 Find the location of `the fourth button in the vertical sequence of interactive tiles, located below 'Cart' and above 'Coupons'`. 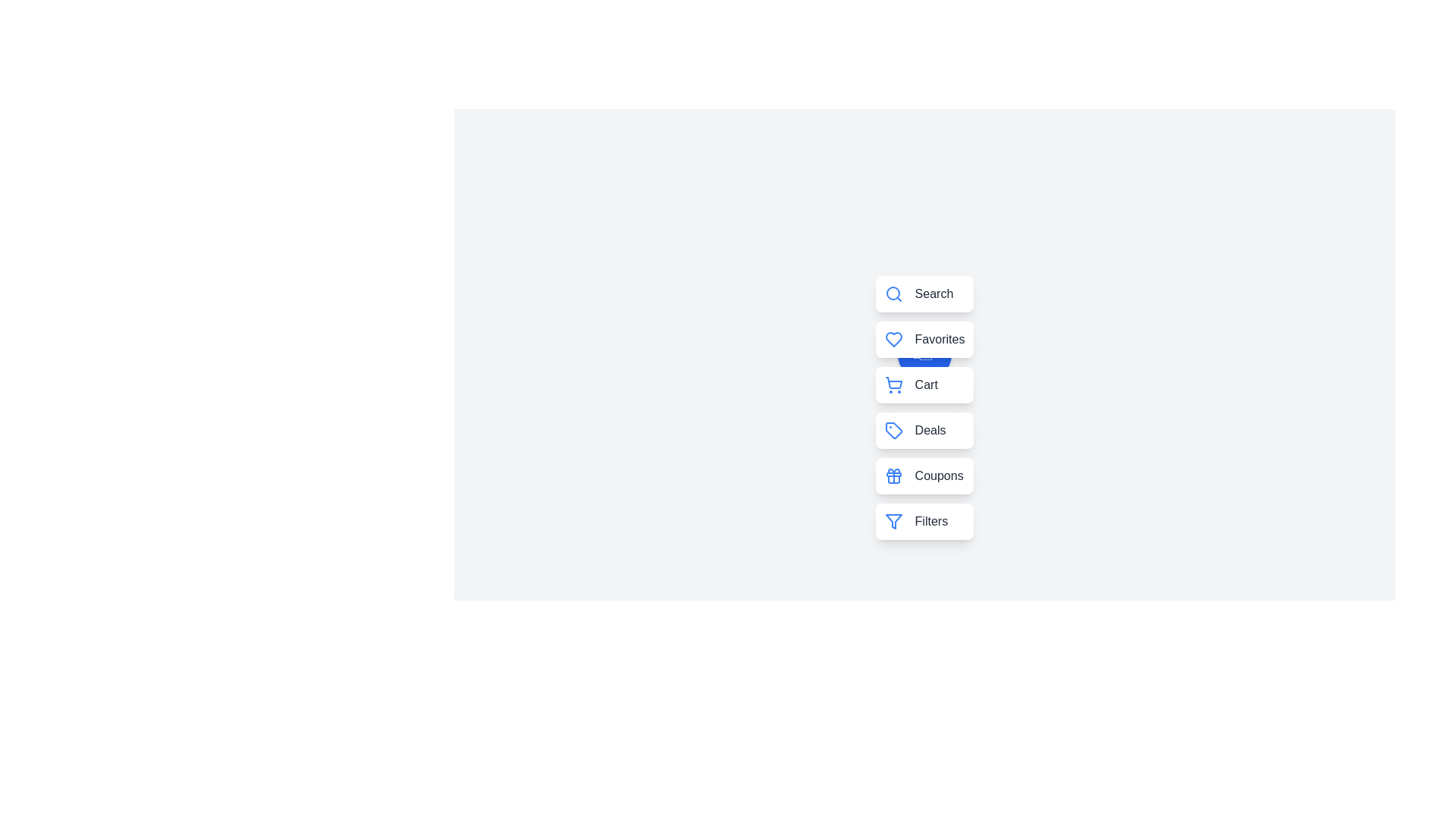

the fourth button in the vertical sequence of interactive tiles, located below 'Cart' and above 'Coupons' is located at coordinates (924, 430).